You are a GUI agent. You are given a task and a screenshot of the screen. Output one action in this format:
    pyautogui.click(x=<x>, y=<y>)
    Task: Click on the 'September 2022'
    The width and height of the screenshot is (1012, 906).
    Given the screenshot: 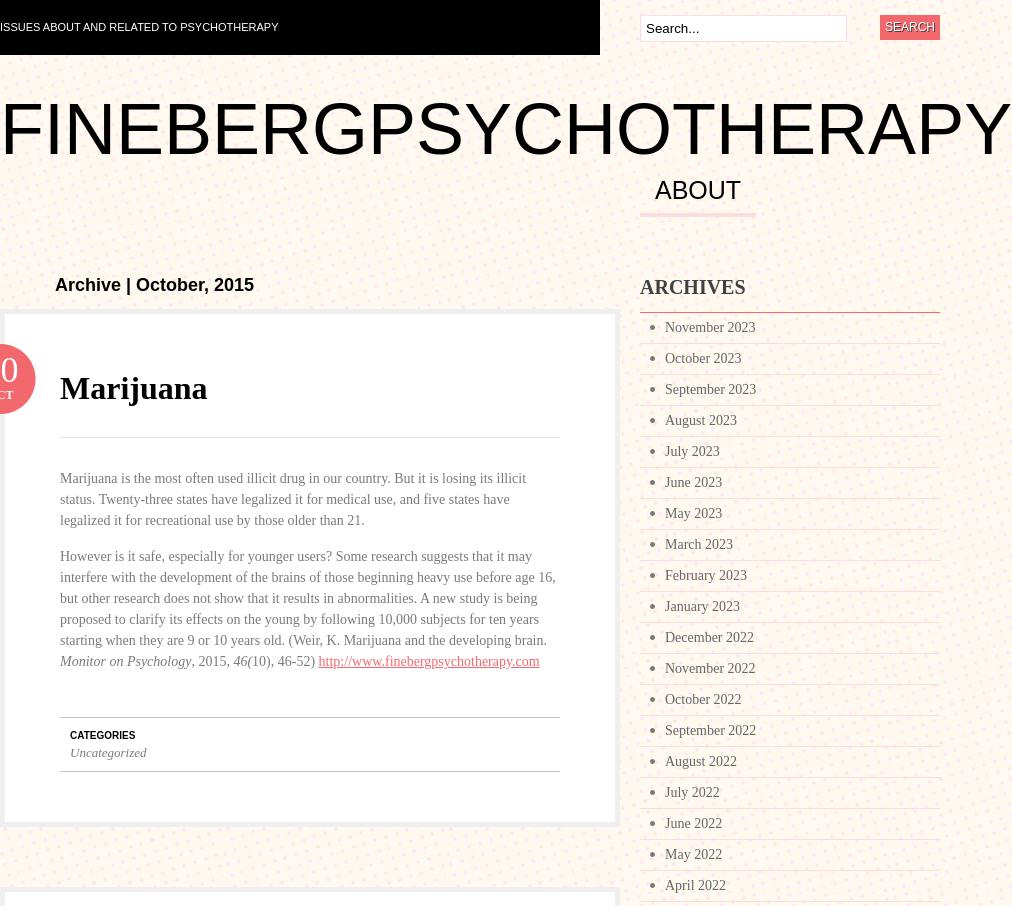 What is the action you would take?
    pyautogui.click(x=710, y=729)
    